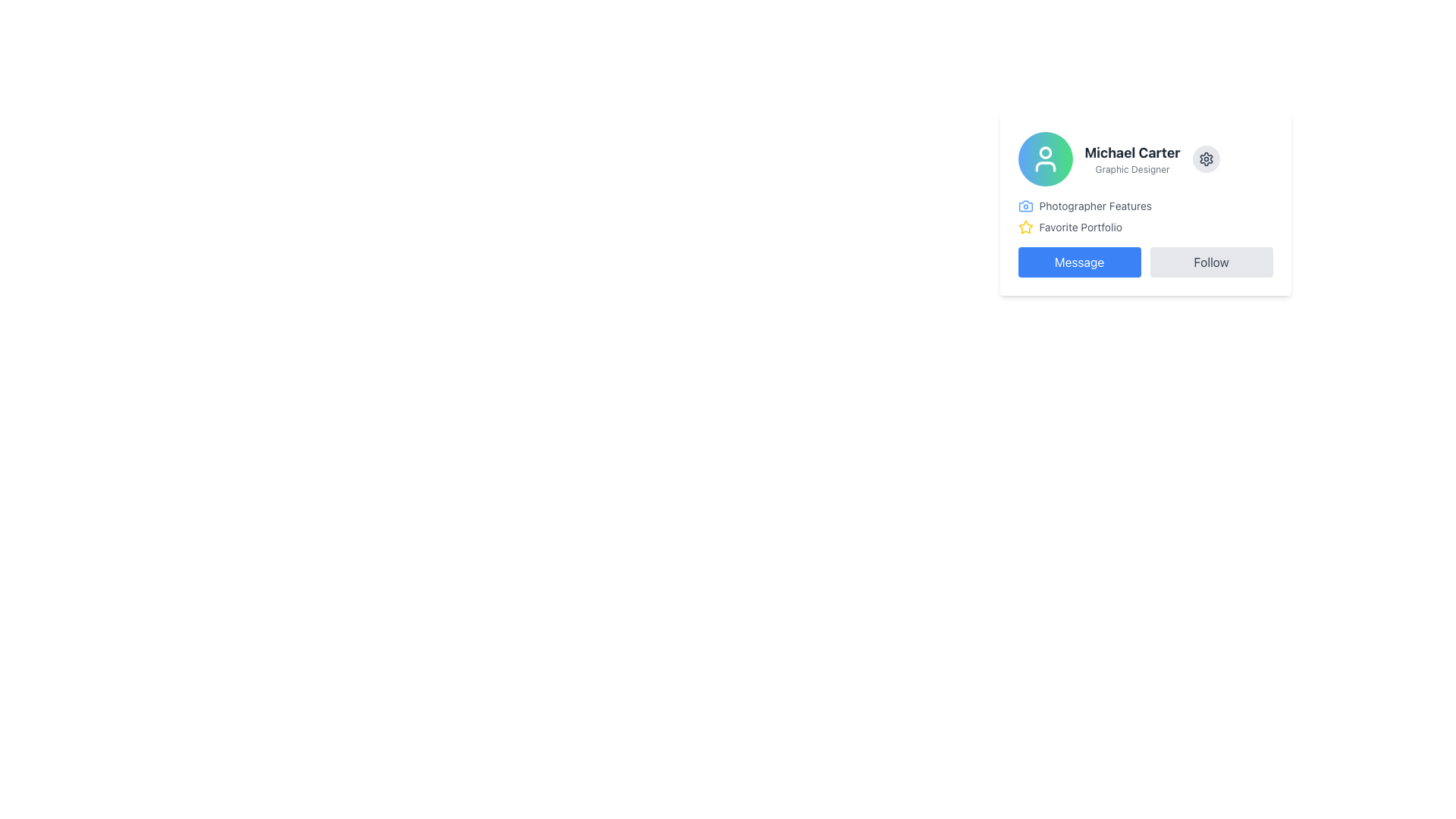  I want to click on the camera icon with a blue outline and white interior located next to 'Photographer Features' in the profile card section, so click(1025, 206).